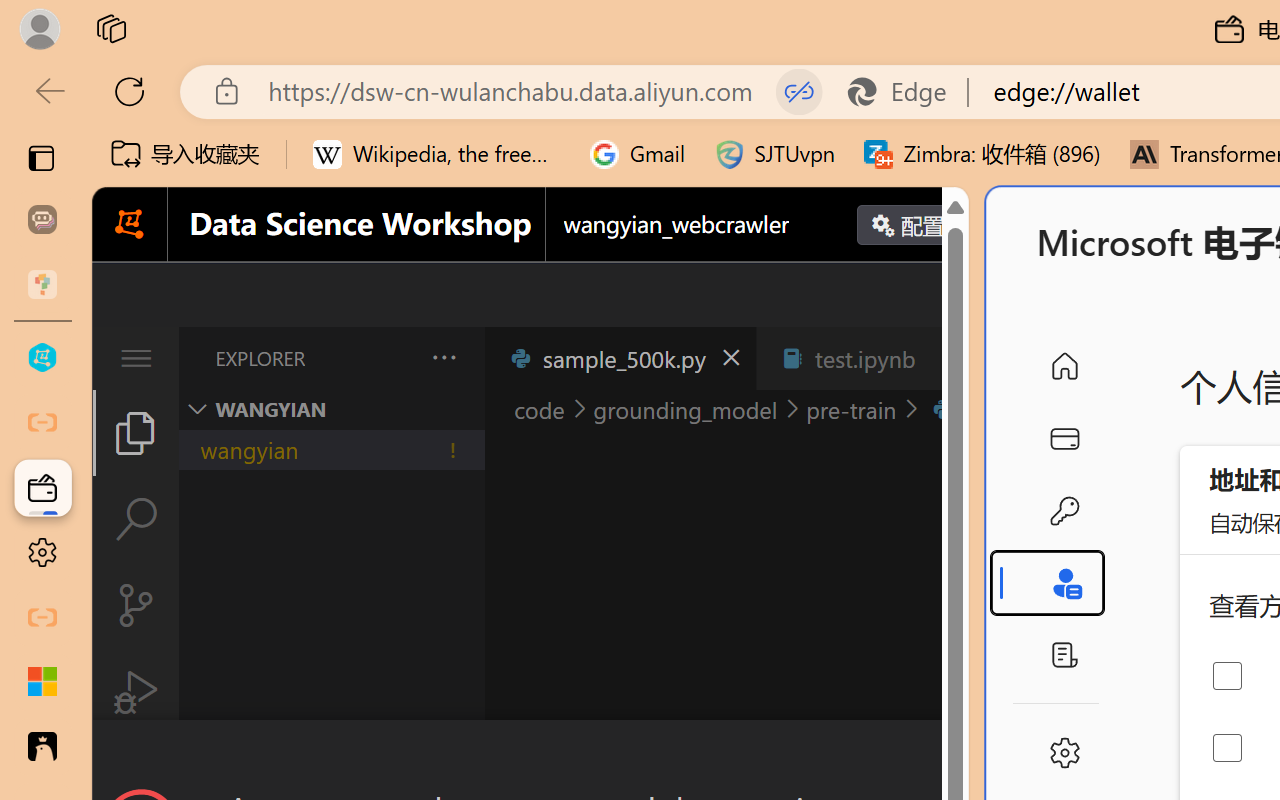 The image size is (1280, 800). I want to click on 'Explorer Section: wangyian', so click(331, 409).